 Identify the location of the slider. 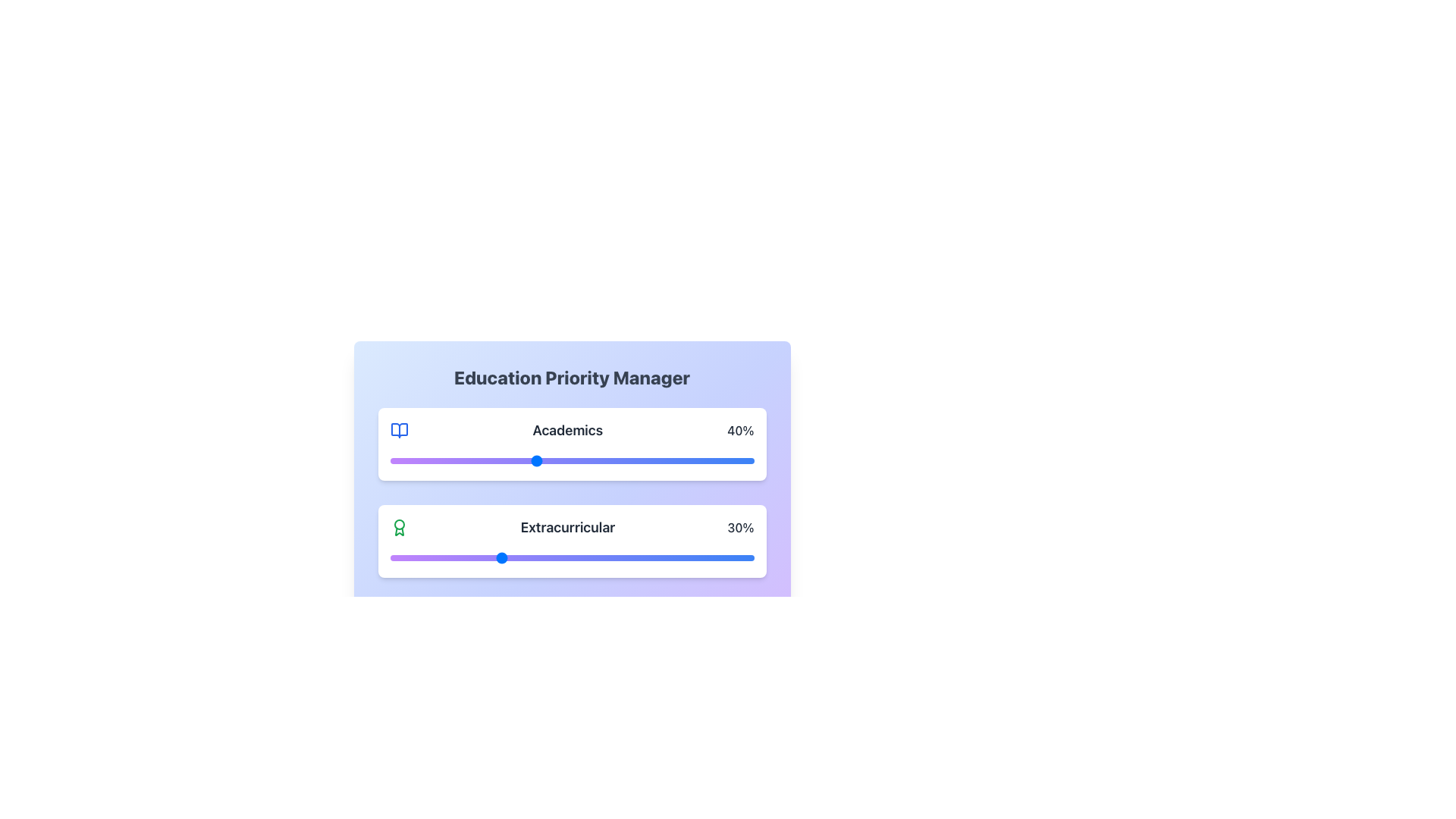
(612, 558).